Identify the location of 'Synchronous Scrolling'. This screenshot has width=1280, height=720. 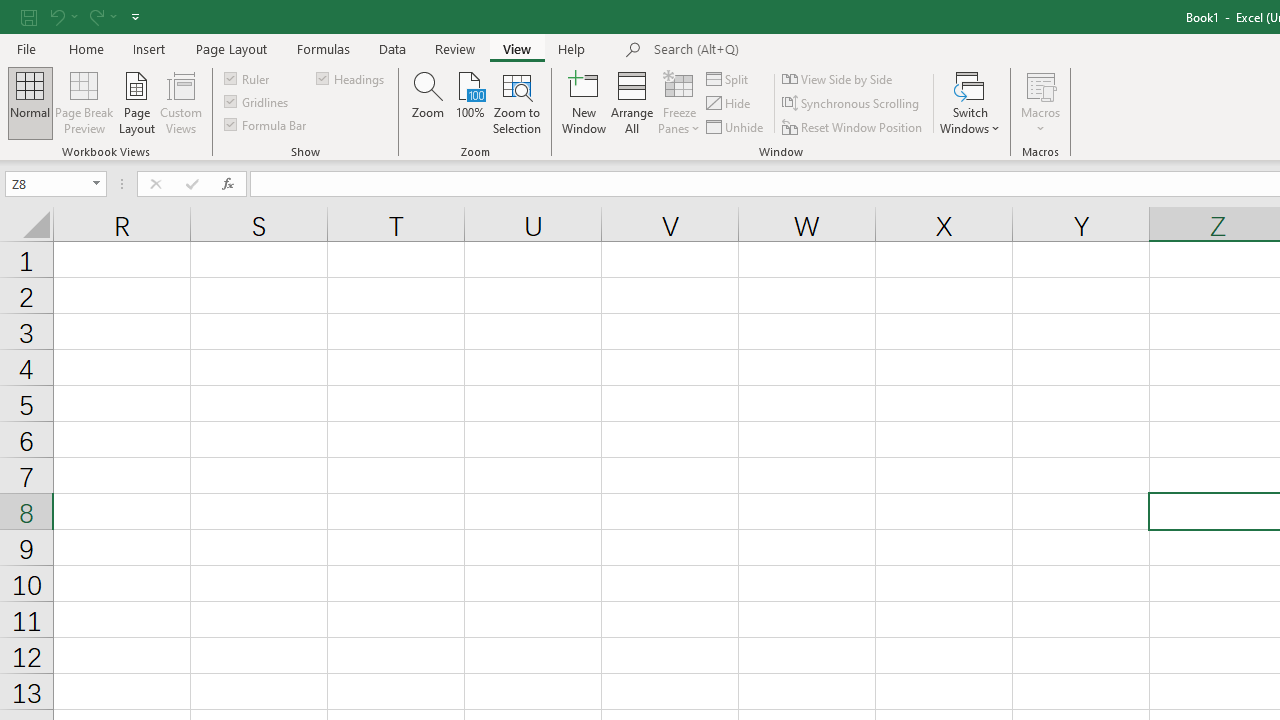
(852, 103).